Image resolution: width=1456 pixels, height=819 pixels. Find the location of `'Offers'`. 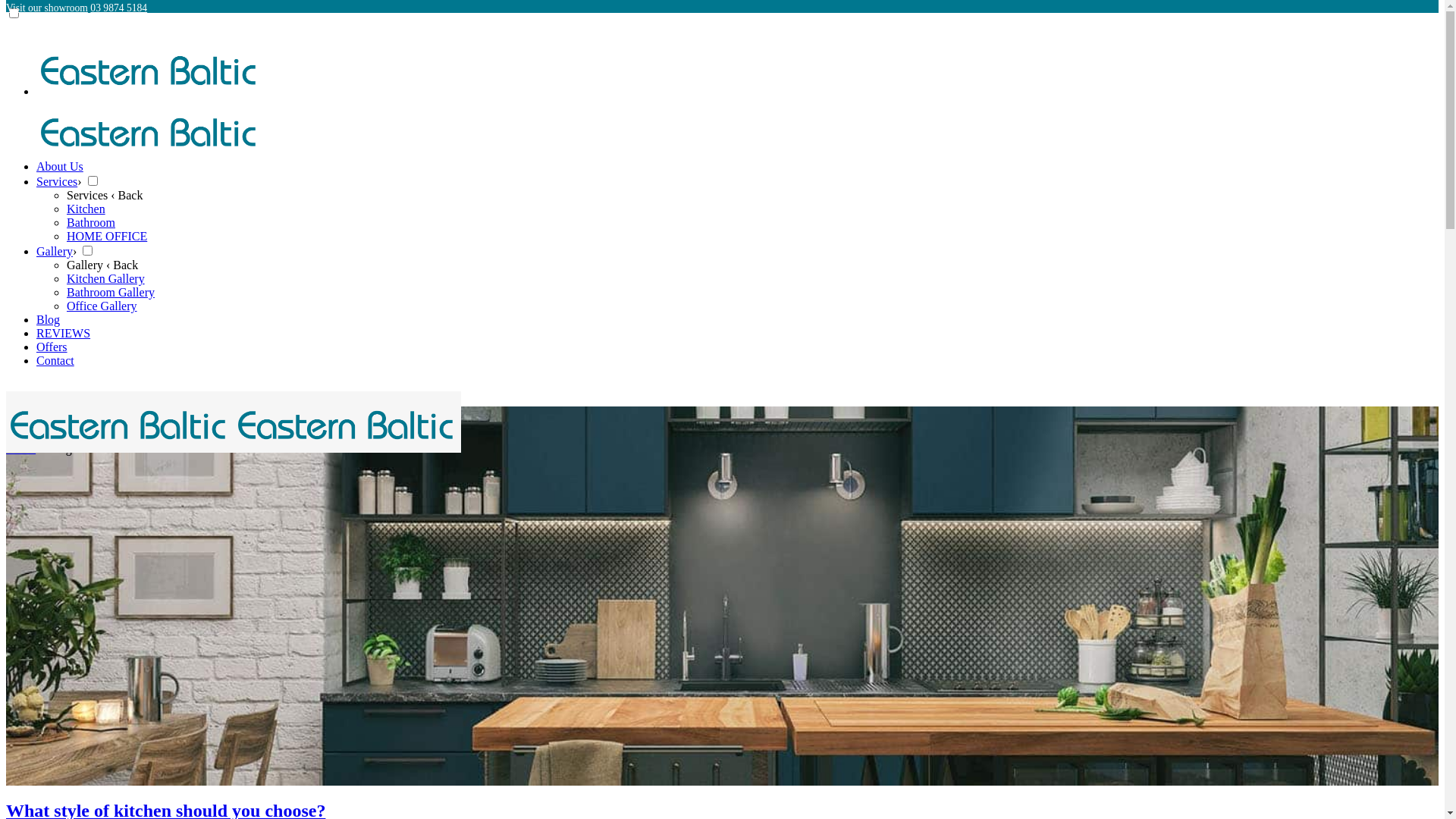

'Offers' is located at coordinates (52, 347).